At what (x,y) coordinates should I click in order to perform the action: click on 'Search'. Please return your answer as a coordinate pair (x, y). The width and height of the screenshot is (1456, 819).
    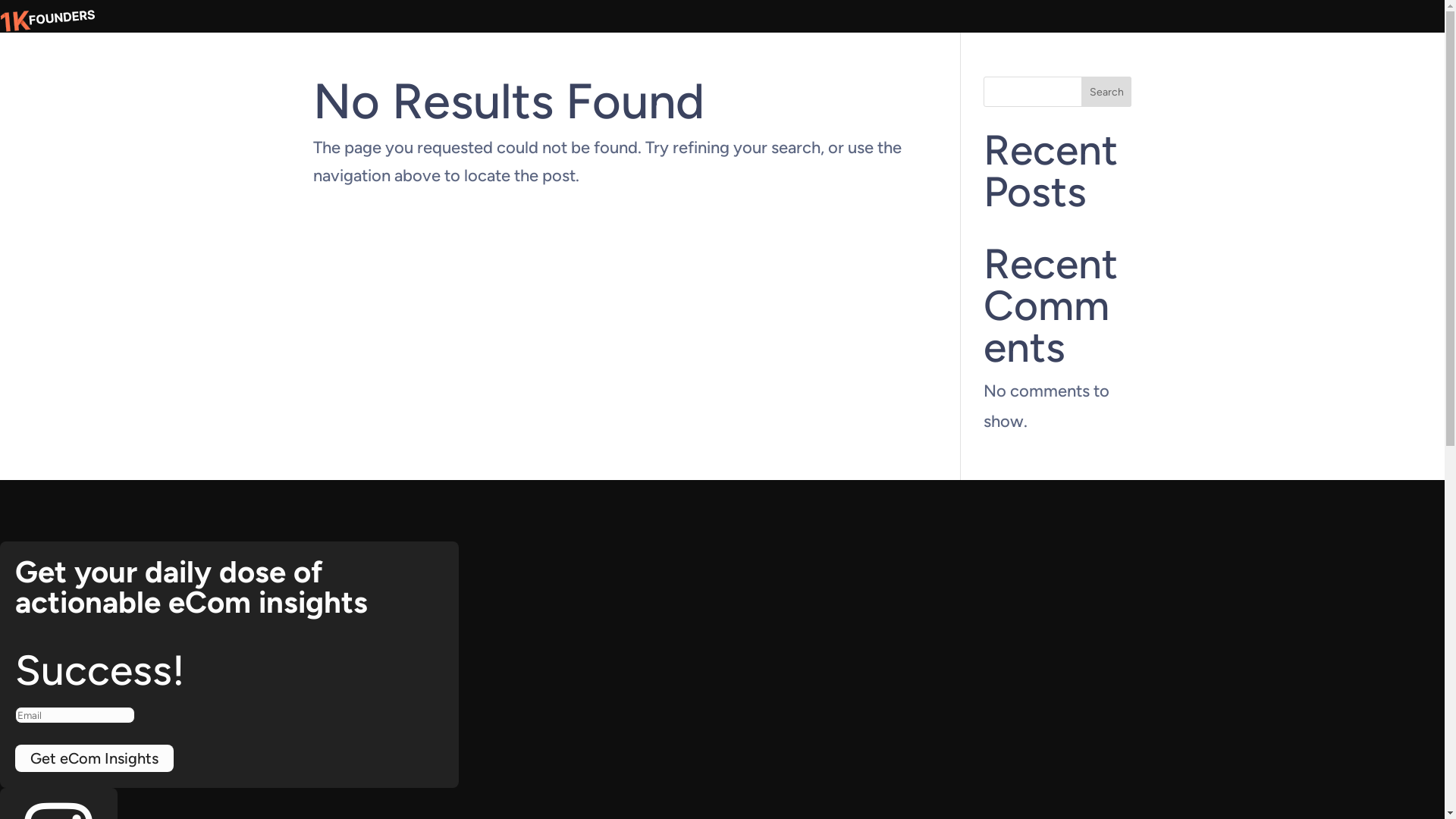
    Looking at the image, I should click on (1106, 91).